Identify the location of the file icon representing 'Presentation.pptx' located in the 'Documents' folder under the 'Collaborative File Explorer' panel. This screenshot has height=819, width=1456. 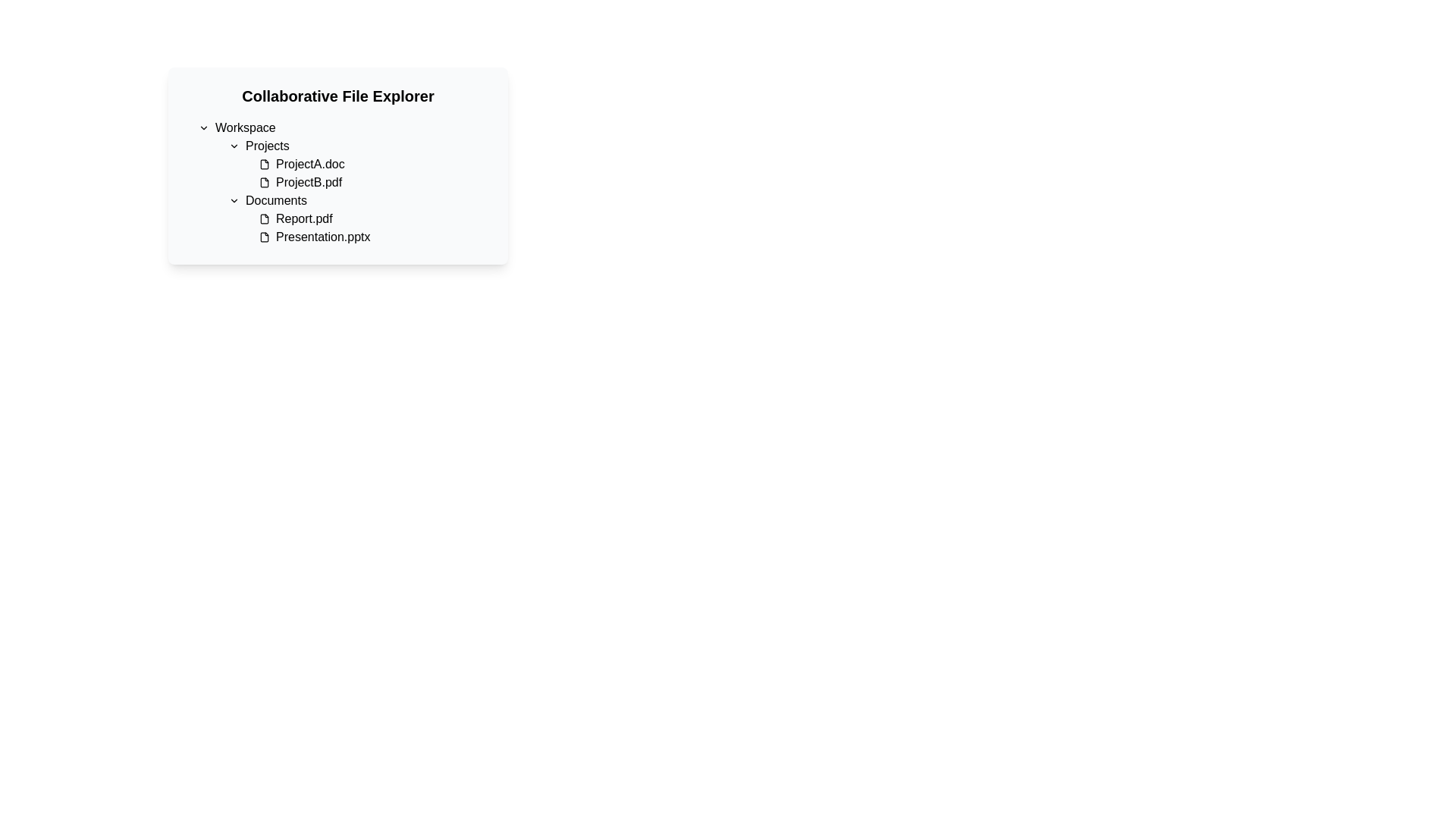
(265, 237).